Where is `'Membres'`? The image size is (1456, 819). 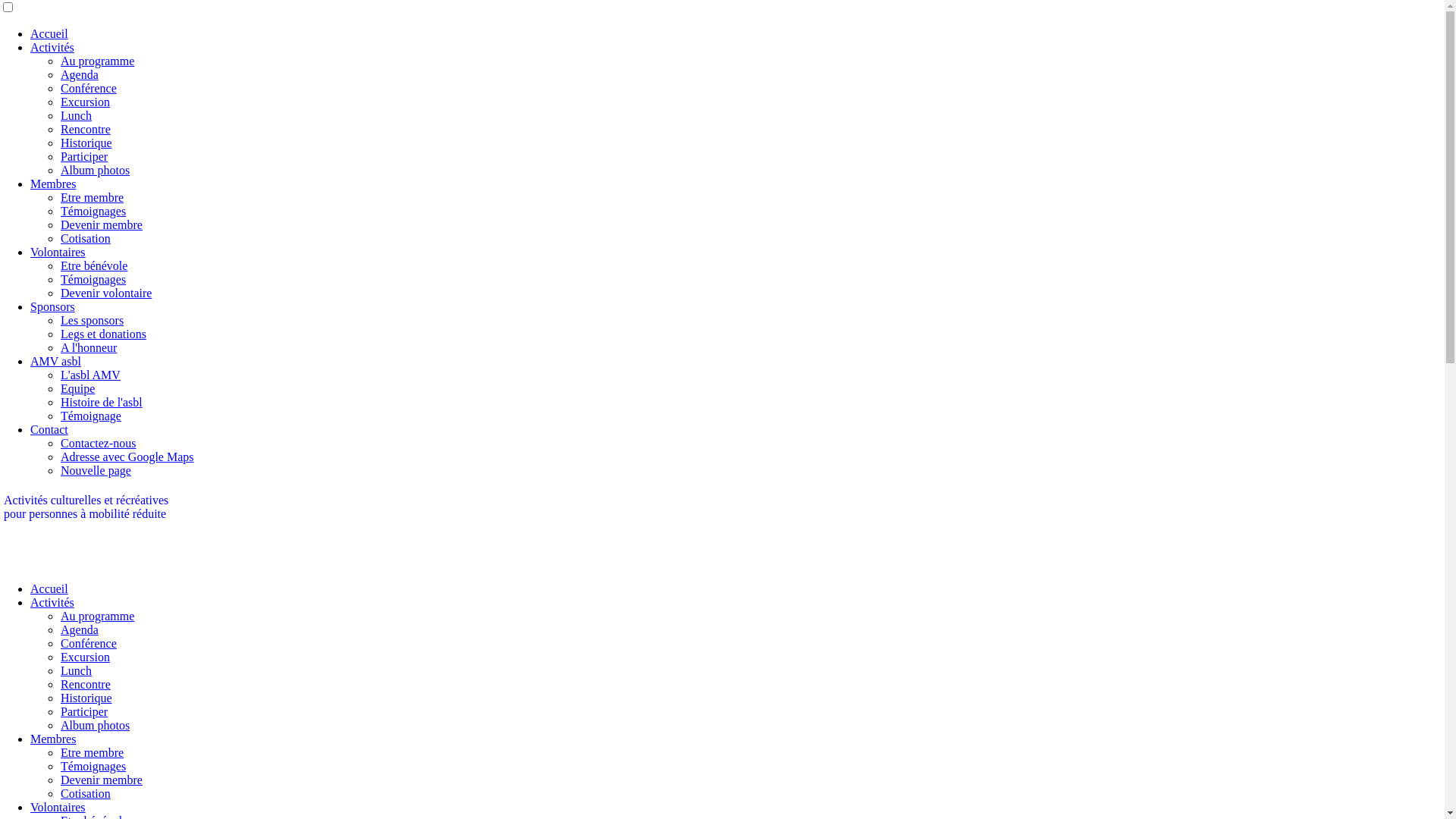
'Membres' is located at coordinates (53, 738).